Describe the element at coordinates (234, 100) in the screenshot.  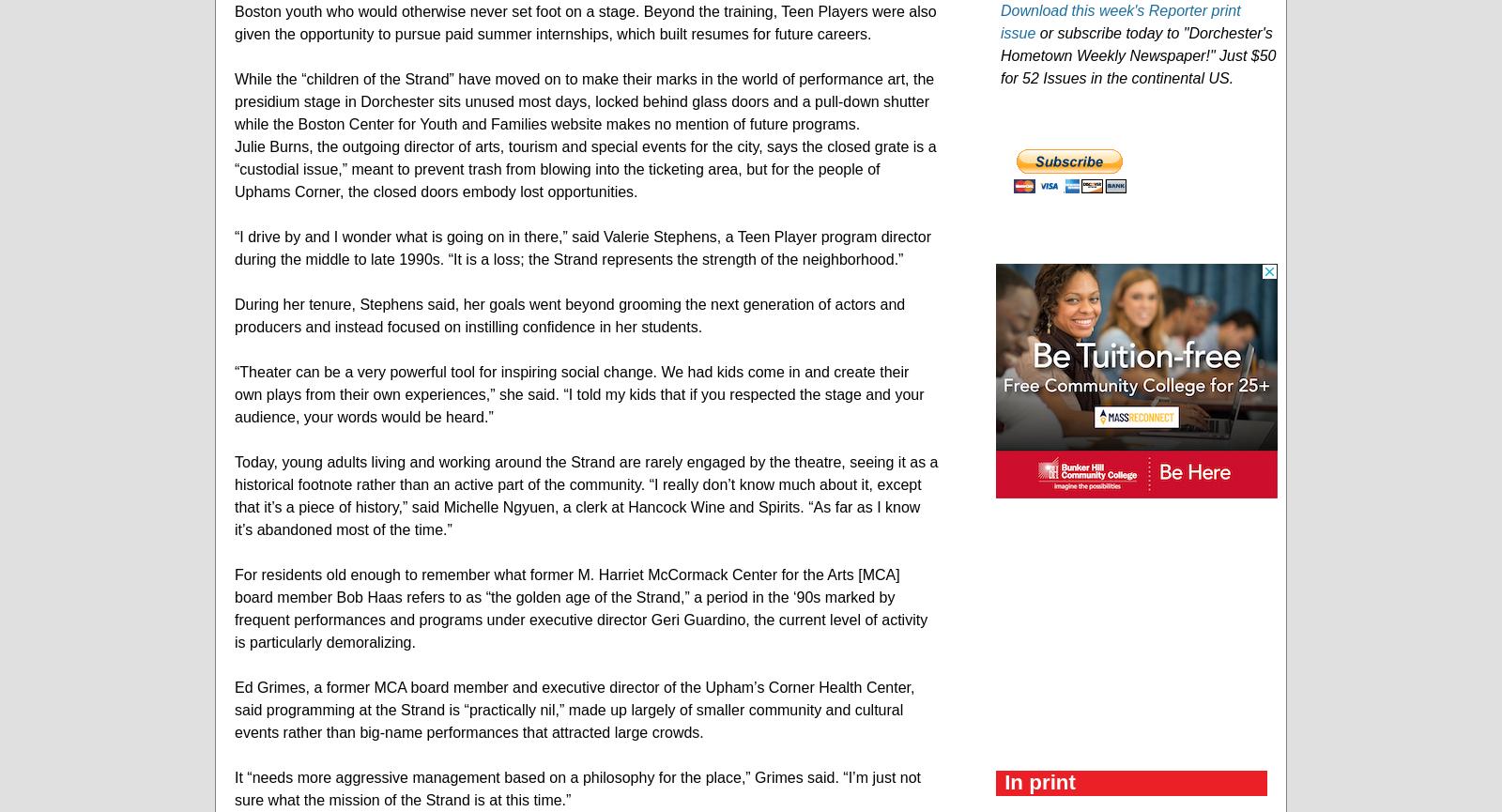
I see `'While the “children of the Strand” have moved on to make their marks in the world of performance art, the presidium stage in Dorchester sits unused most days, locked behind glass doors and a pull-down shutter while the Boston Center for Youth and Families website makes no mention of future programs.'` at that location.